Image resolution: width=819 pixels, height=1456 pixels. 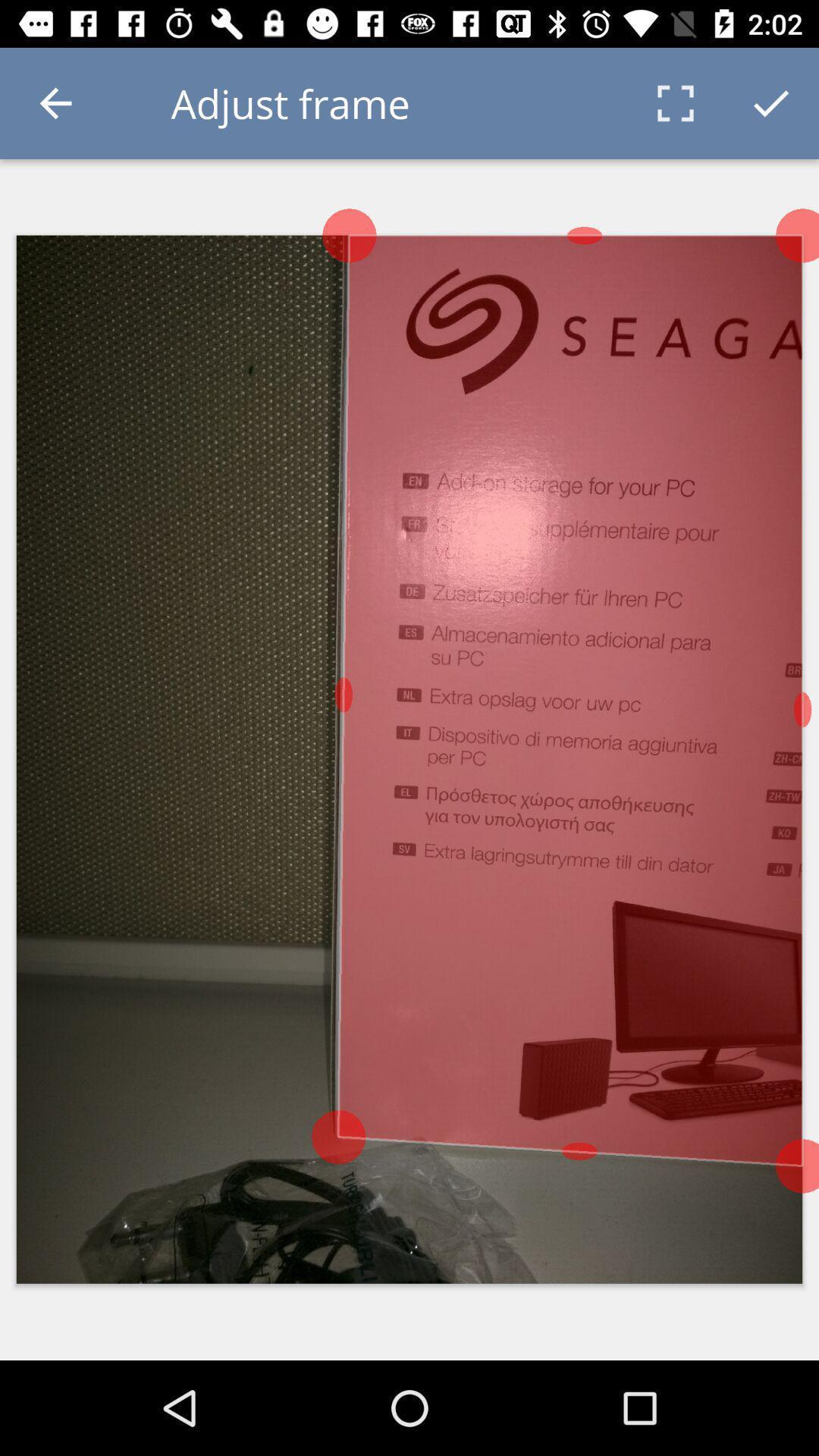 What do you see at coordinates (55, 102) in the screenshot?
I see `item next to the adjust frame` at bounding box center [55, 102].